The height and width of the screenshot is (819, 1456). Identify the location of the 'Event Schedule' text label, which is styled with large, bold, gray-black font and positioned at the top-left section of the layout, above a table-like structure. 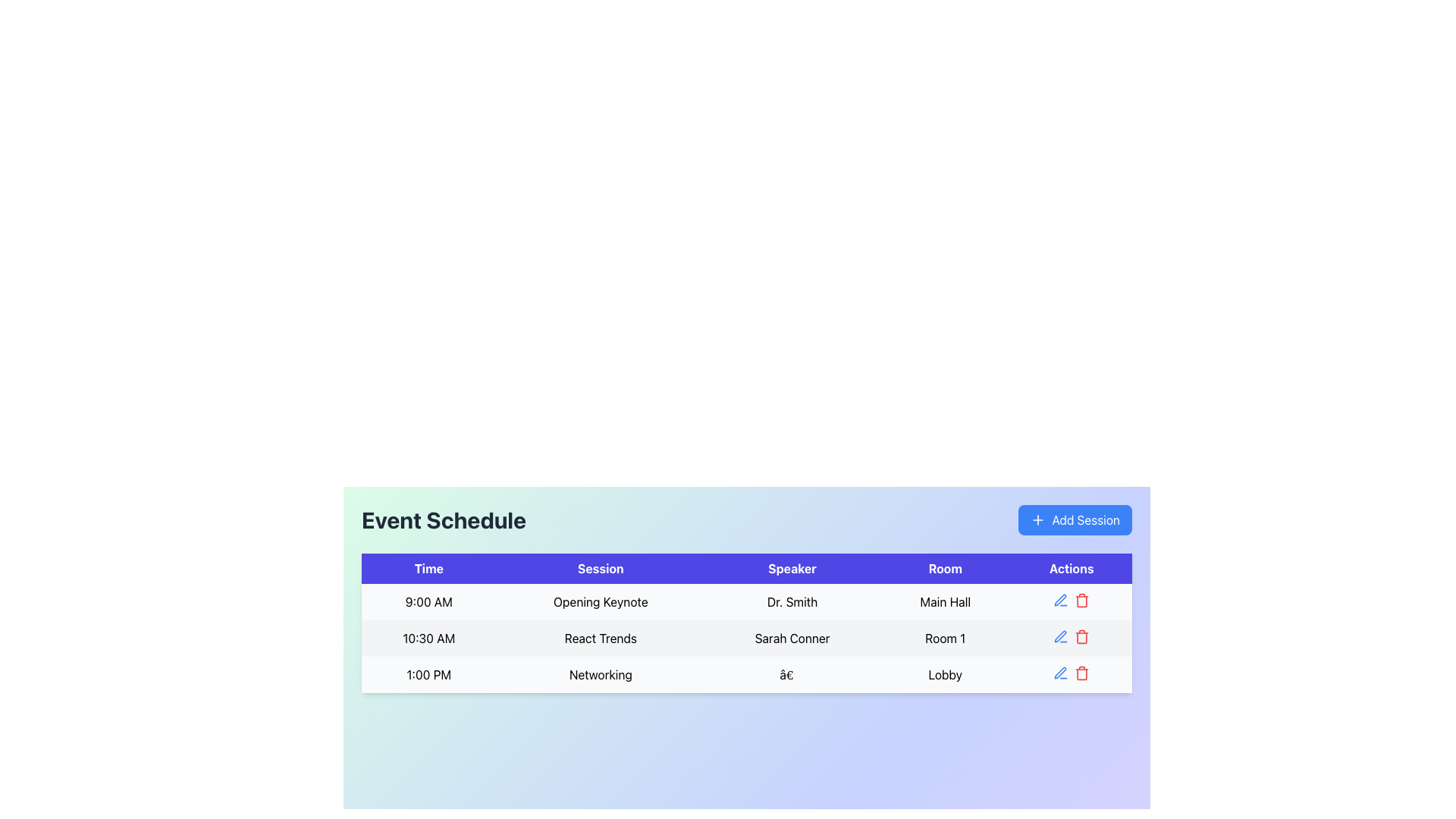
(443, 519).